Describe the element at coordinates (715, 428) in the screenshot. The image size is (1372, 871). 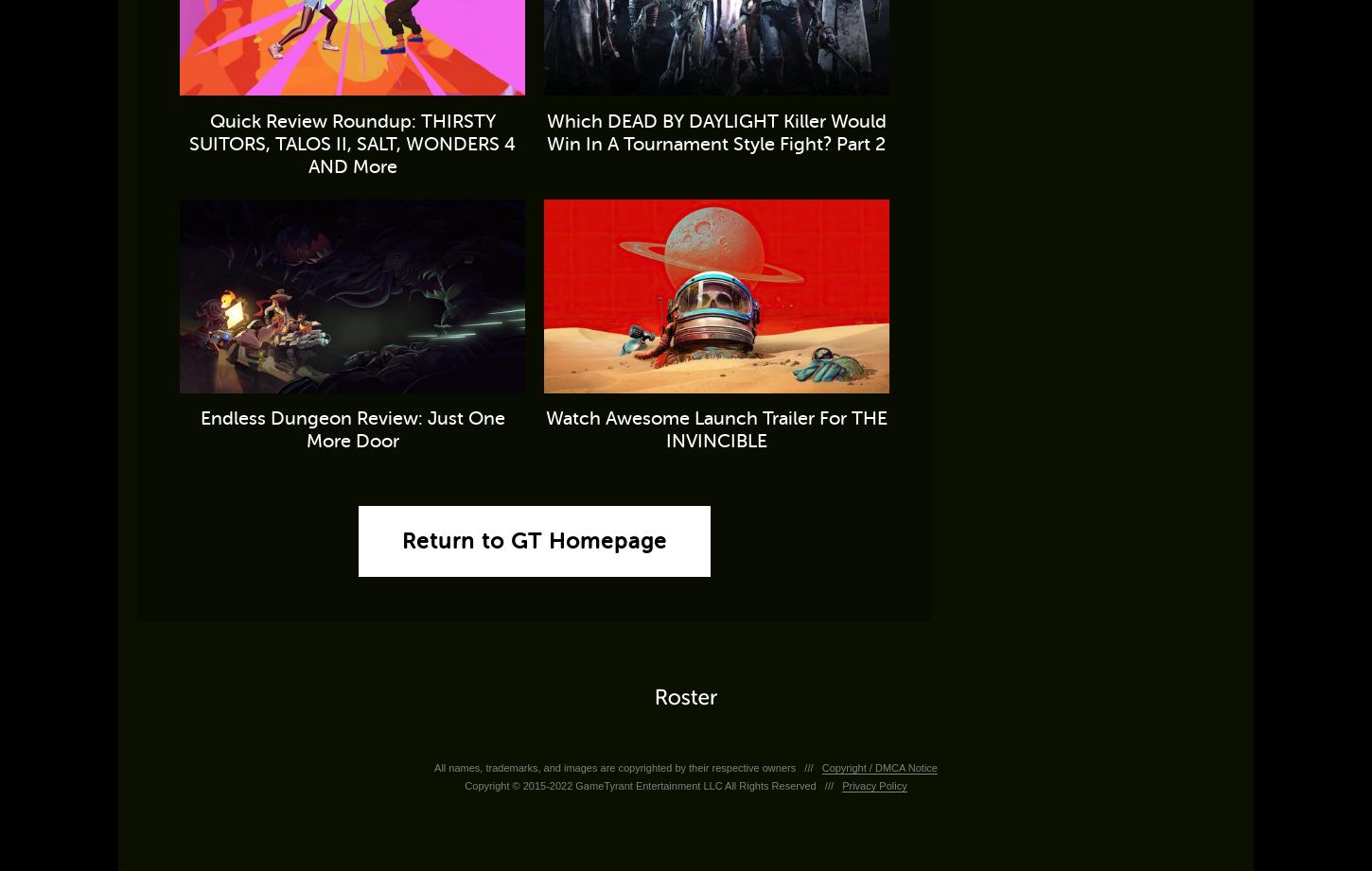
I see `'Watch Awesome Launch Trailer For THE INVINCIBLE'` at that location.